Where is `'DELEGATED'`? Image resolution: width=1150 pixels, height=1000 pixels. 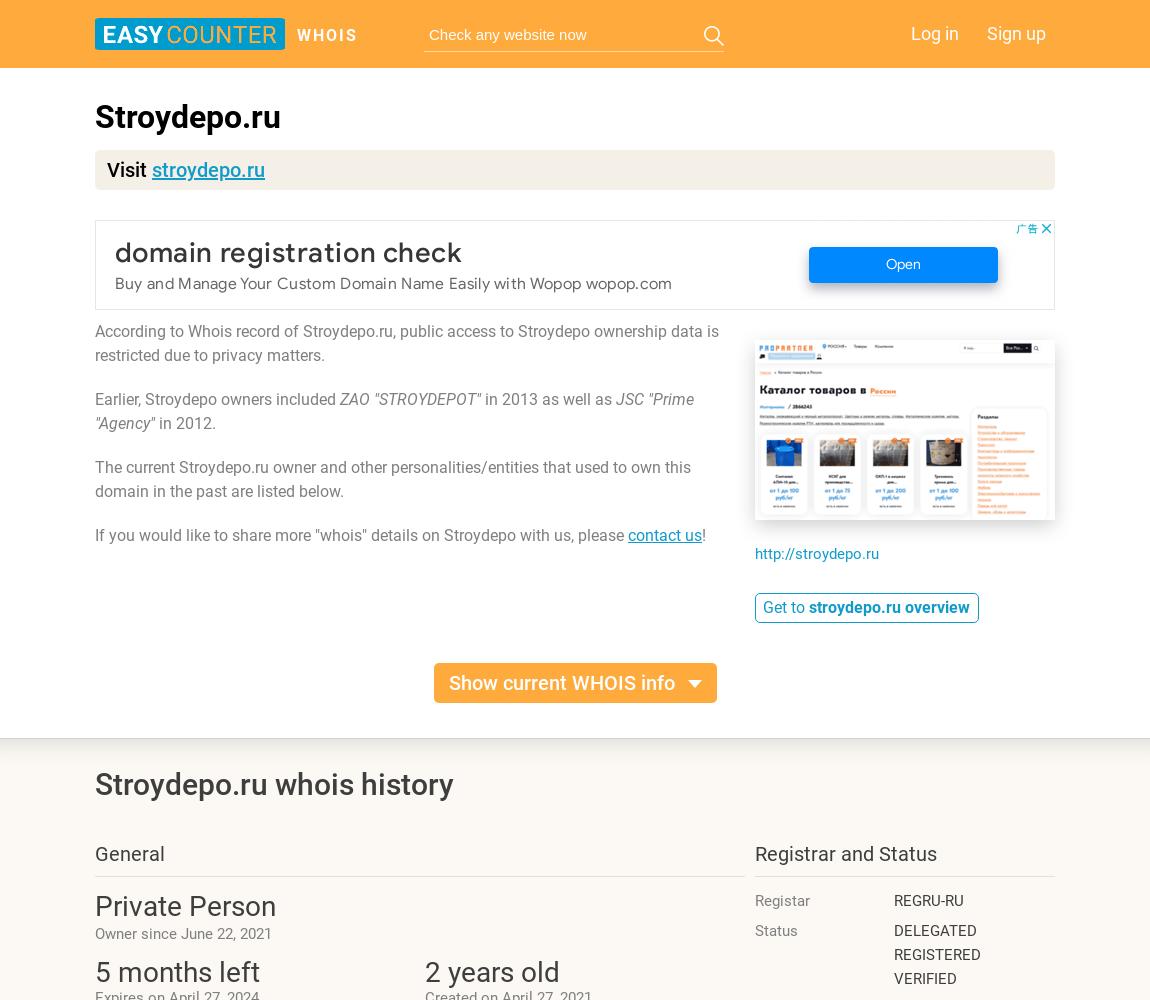 'DELEGATED' is located at coordinates (934, 931).